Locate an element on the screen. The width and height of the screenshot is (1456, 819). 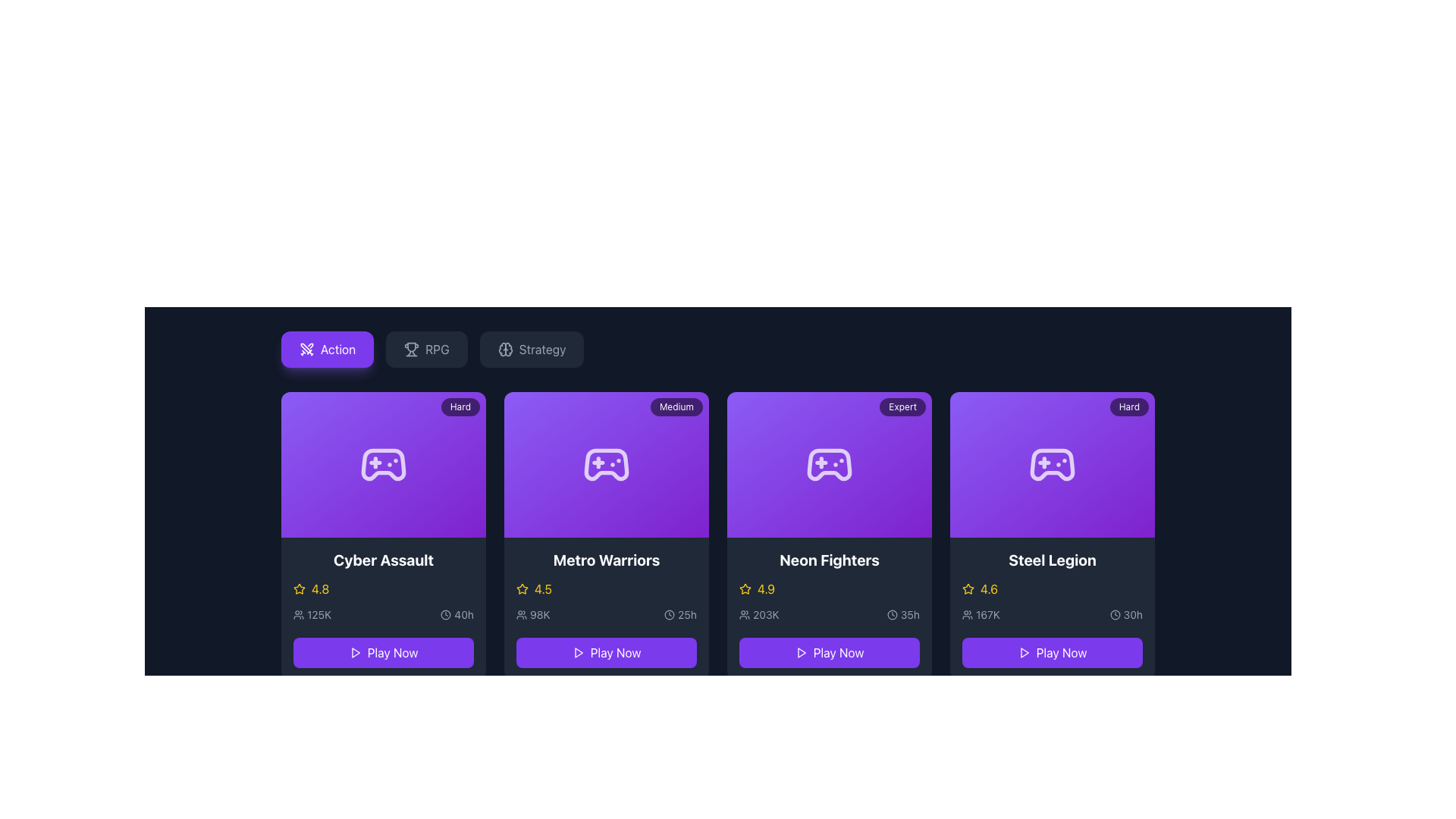
the clock icon located in the bottom-right part of the 'Neon Fighters' card, next to the '35h' text is located at coordinates (892, 614).